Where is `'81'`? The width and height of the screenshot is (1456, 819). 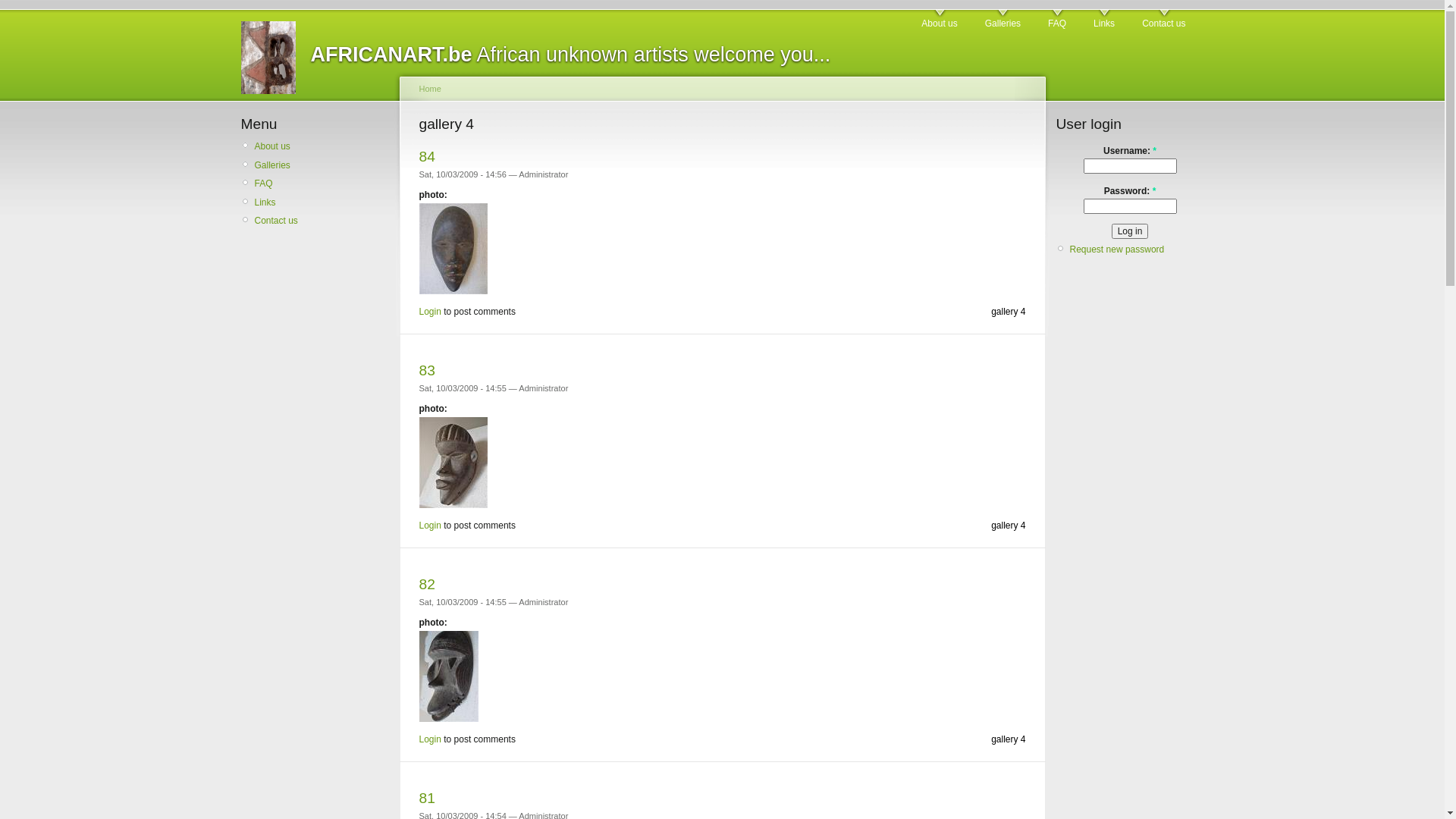 '81' is located at coordinates (425, 797).